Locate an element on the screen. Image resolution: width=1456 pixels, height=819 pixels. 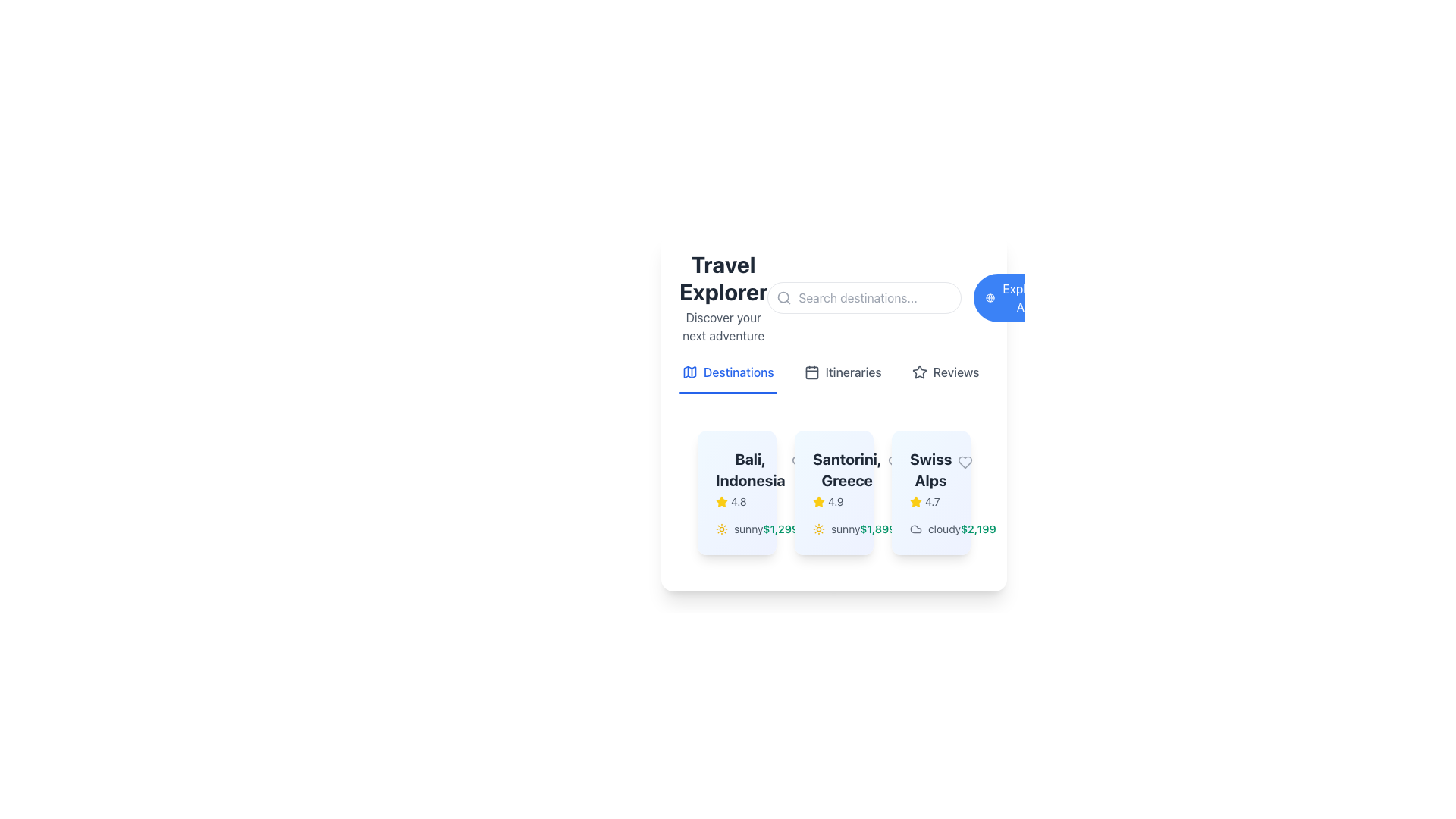
the interactive text link for 'Destinations' in the top navigation bar to potentially reveal additional information is located at coordinates (728, 377).